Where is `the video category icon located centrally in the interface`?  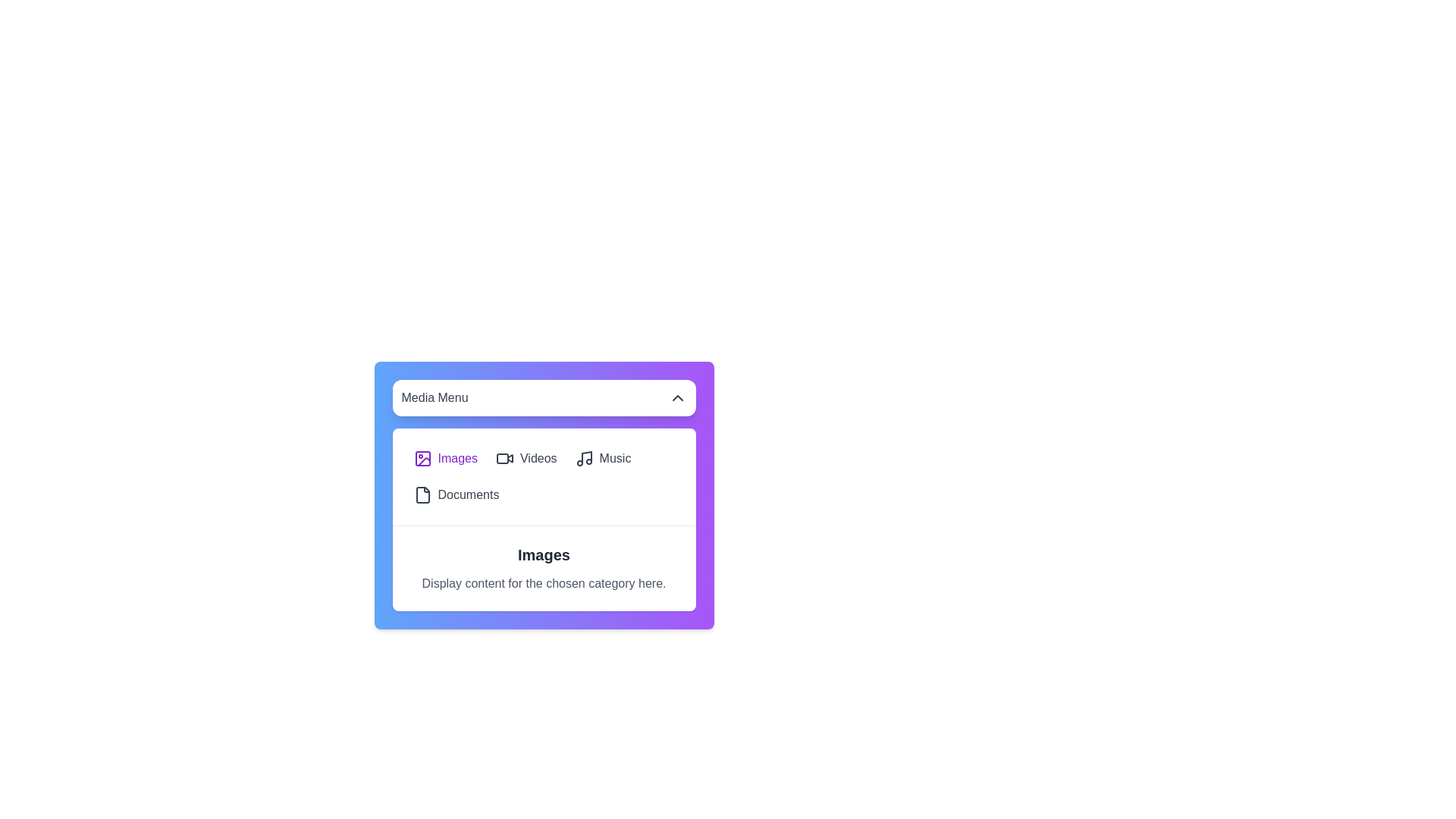 the video category icon located centrally in the interface is located at coordinates (502, 458).